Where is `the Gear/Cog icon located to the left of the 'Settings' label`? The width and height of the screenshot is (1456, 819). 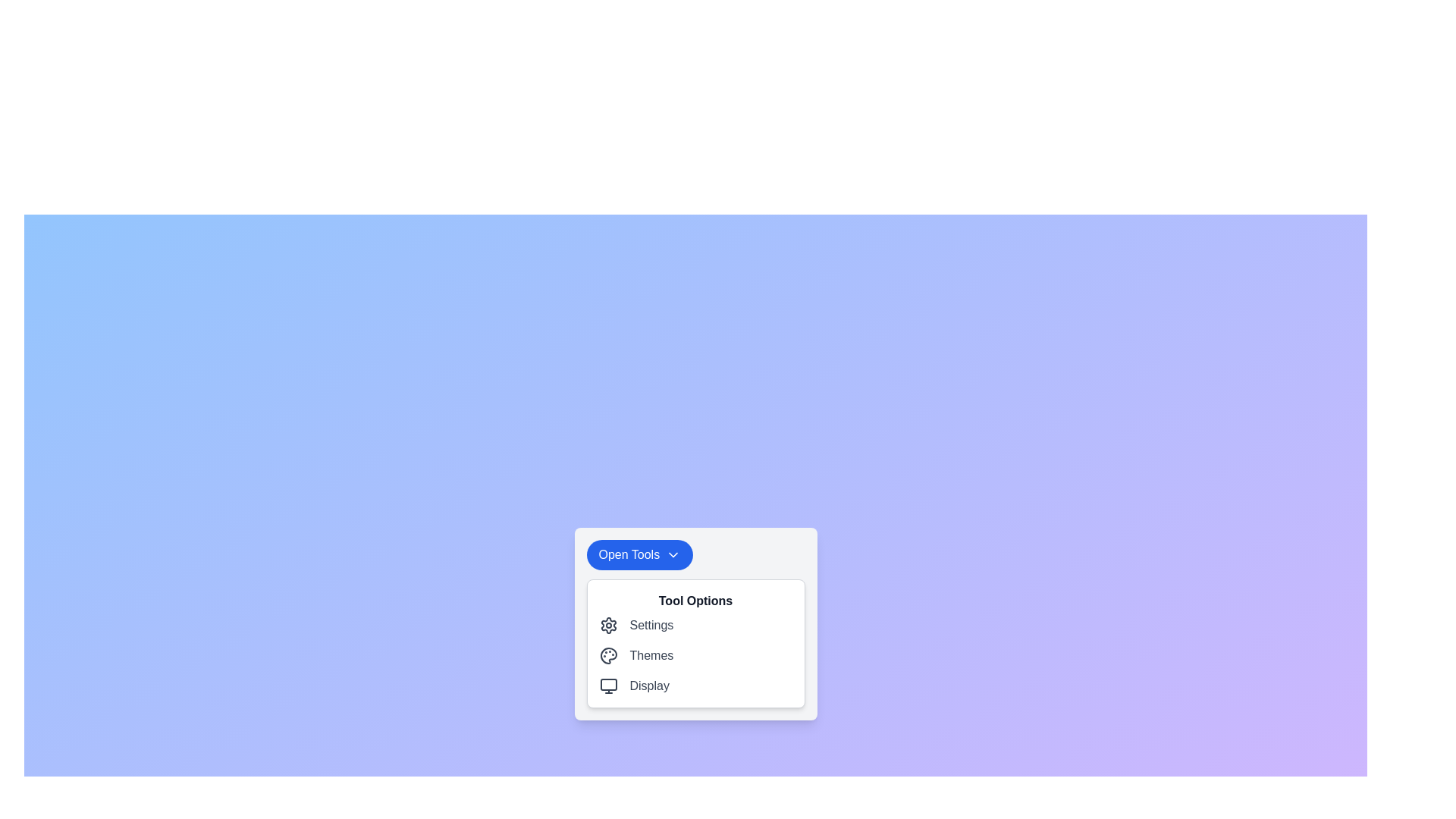 the Gear/Cog icon located to the left of the 'Settings' label is located at coordinates (608, 626).